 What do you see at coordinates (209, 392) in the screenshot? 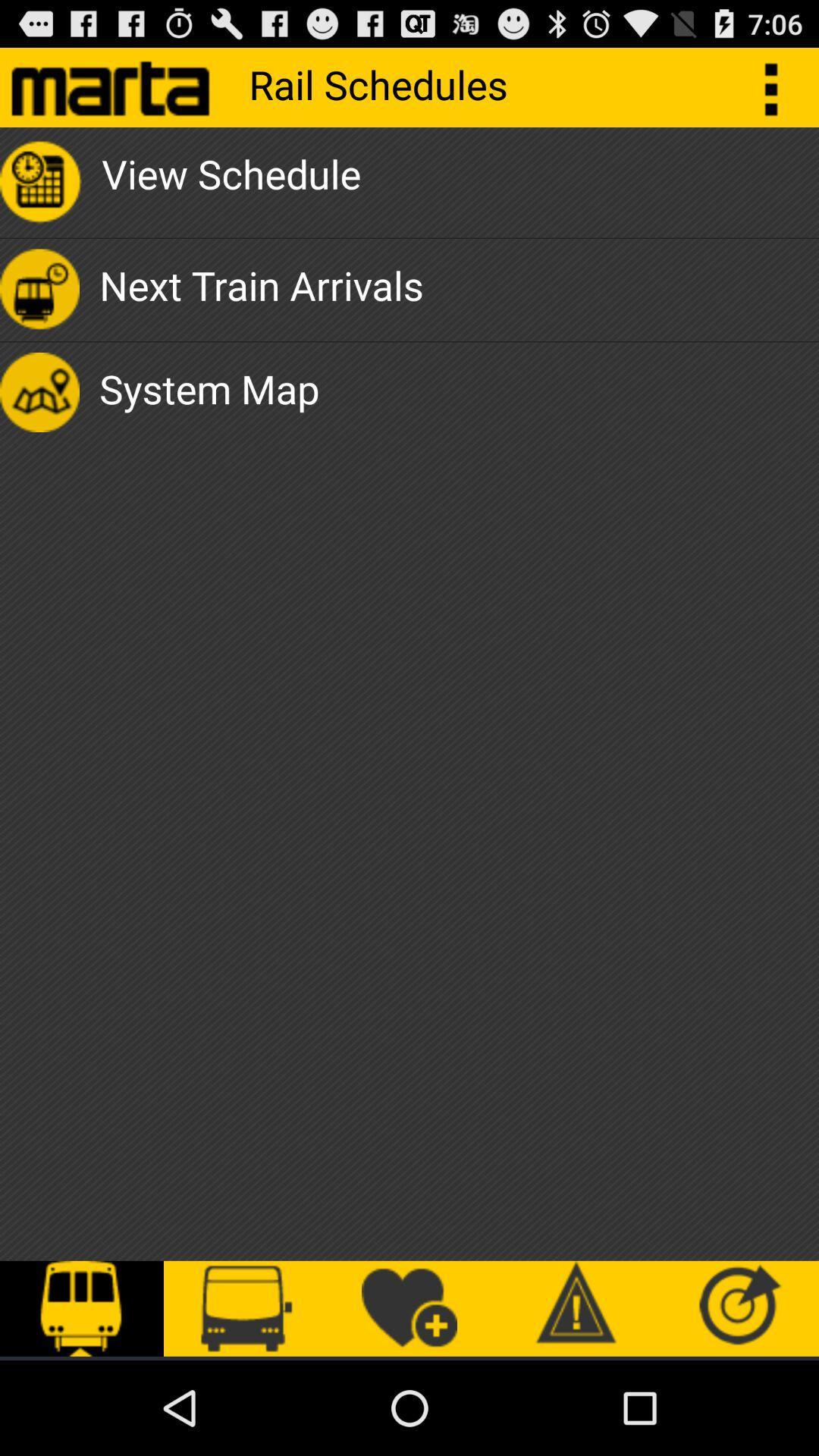
I see `icon below next train arrivals app` at bounding box center [209, 392].